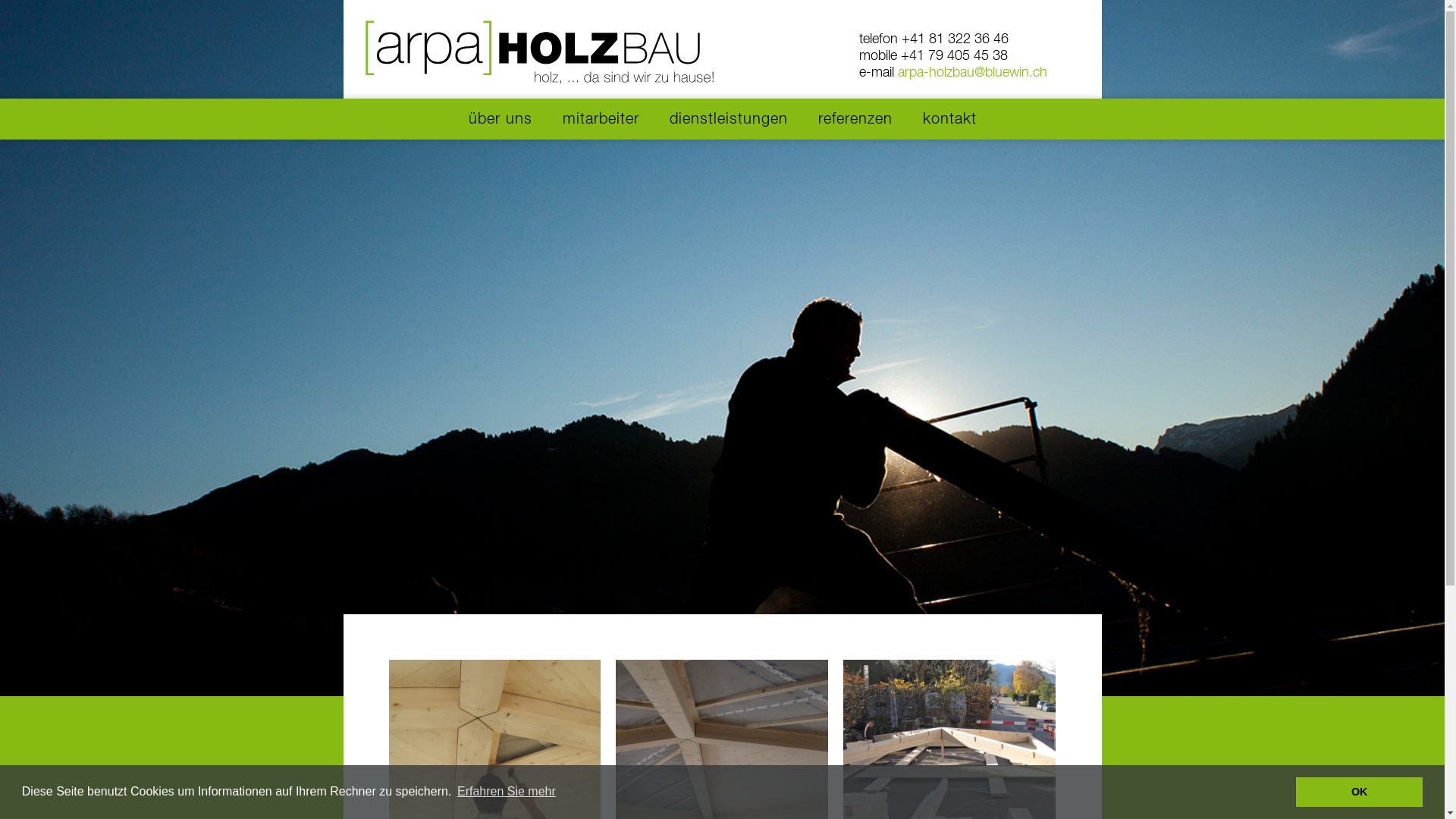 The height and width of the screenshot is (819, 1456). What do you see at coordinates (728, 118) in the screenshot?
I see `'dienstleistungen'` at bounding box center [728, 118].